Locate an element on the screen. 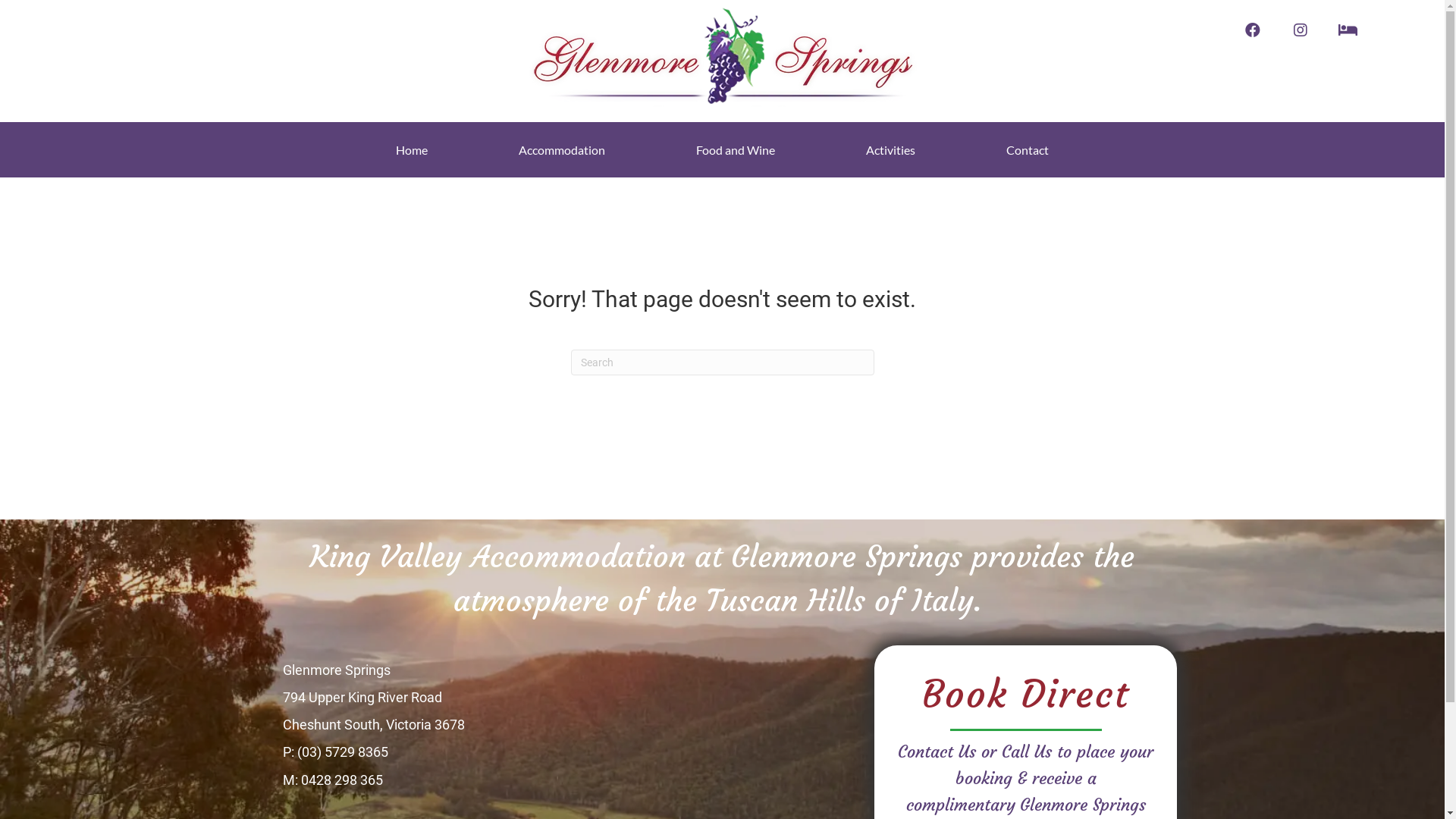 The image size is (1456, 819). 'Contact' is located at coordinates (998, 149).